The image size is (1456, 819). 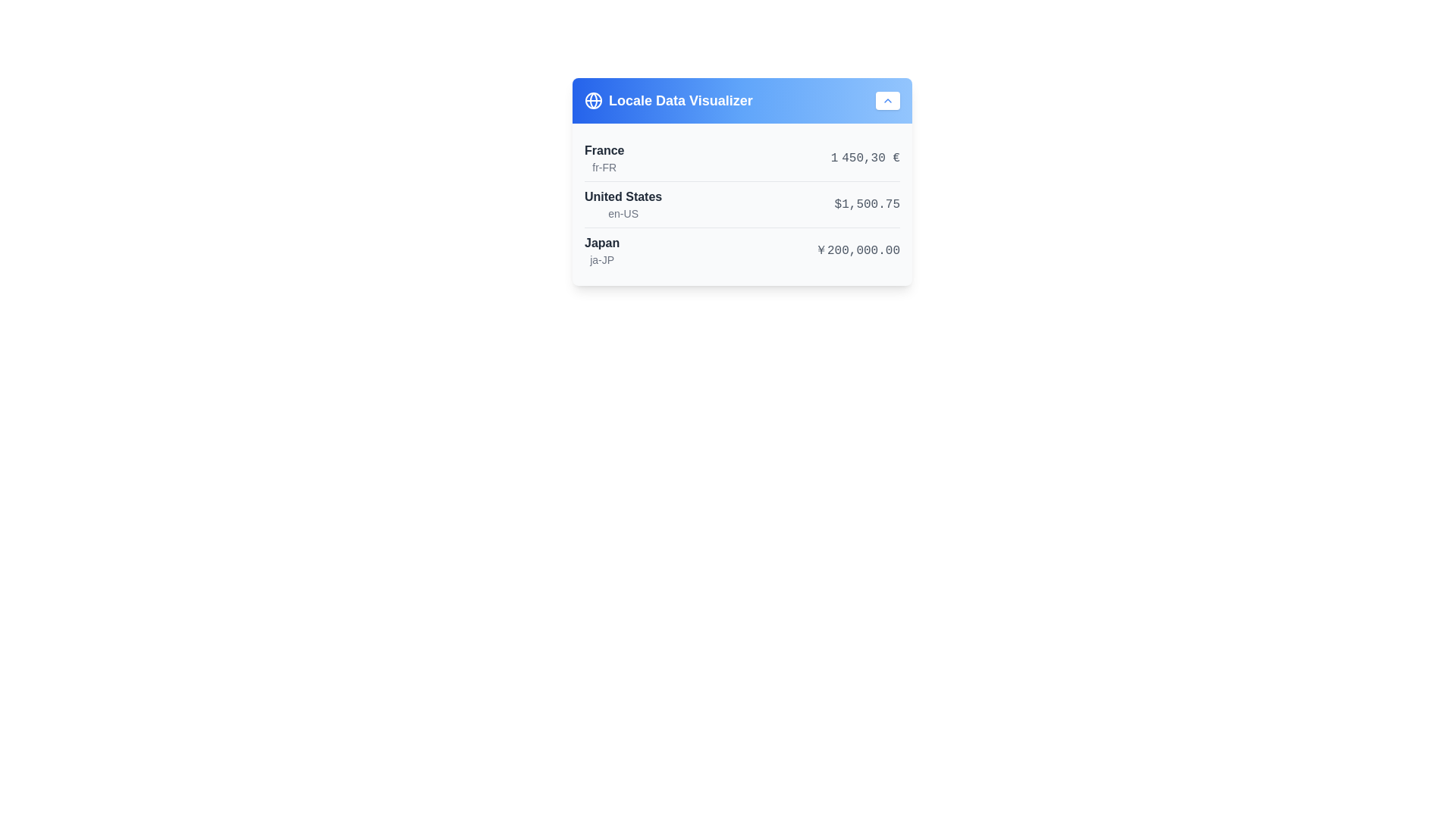 What do you see at coordinates (592, 100) in the screenshot?
I see `the circular part of the globe icon located in the top-left corner of the blue header bar titled 'Locale Data Visualizer'` at bounding box center [592, 100].